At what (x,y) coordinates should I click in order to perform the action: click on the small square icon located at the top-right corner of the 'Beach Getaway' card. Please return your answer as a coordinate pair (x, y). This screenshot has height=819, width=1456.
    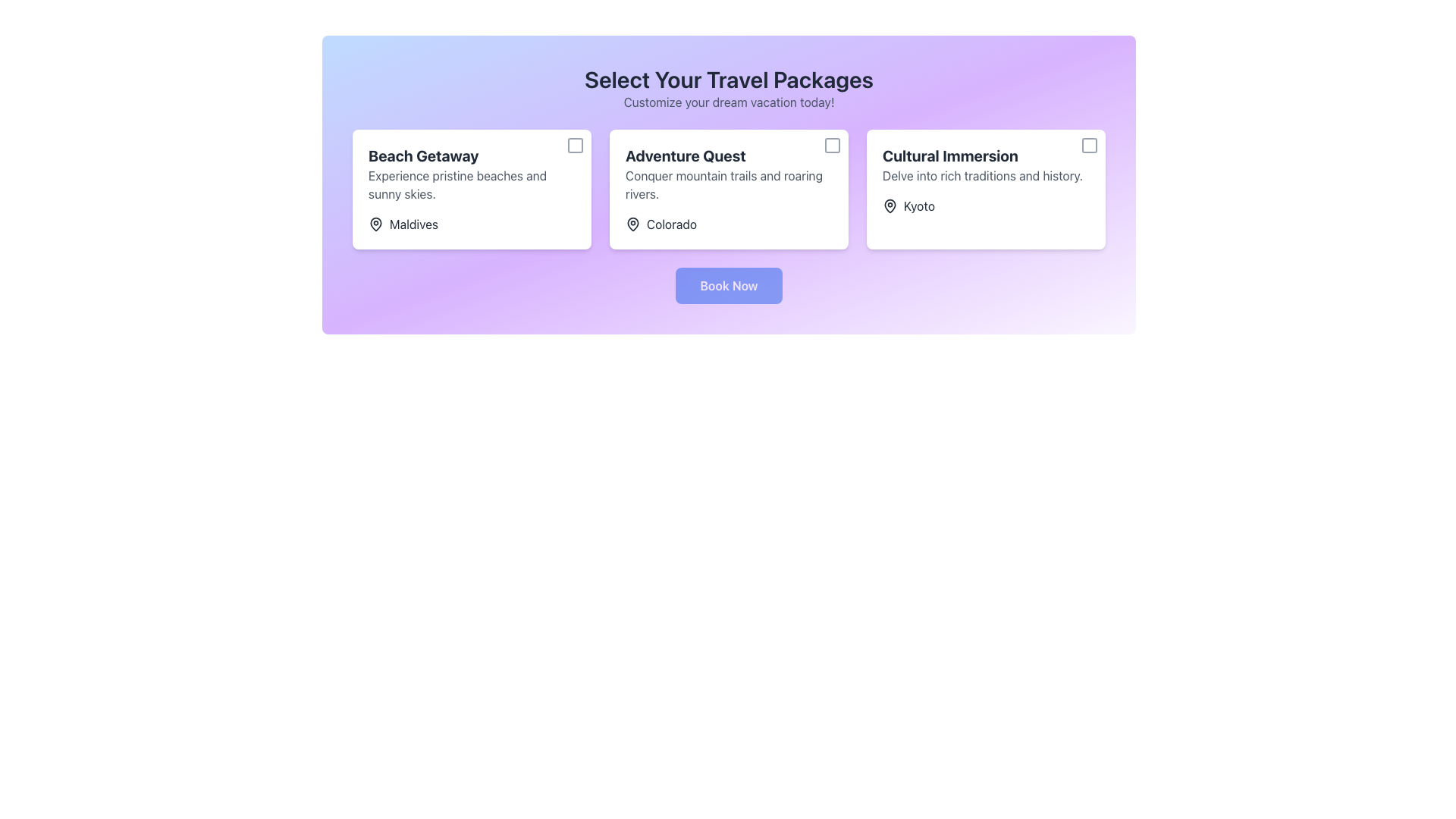
    Looking at the image, I should click on (574, 146).